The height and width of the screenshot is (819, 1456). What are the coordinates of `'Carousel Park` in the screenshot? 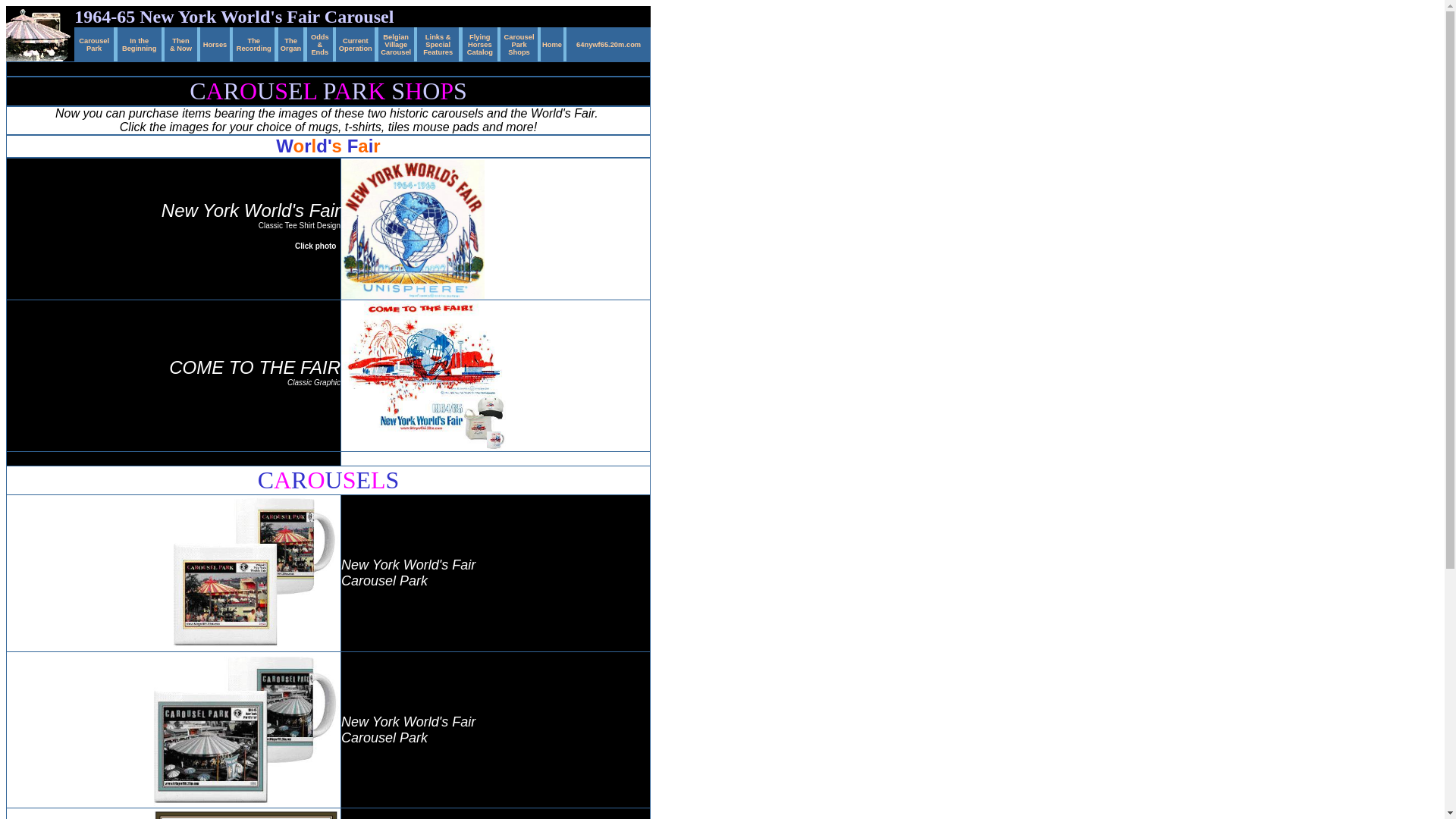 It's located at (519, 42).